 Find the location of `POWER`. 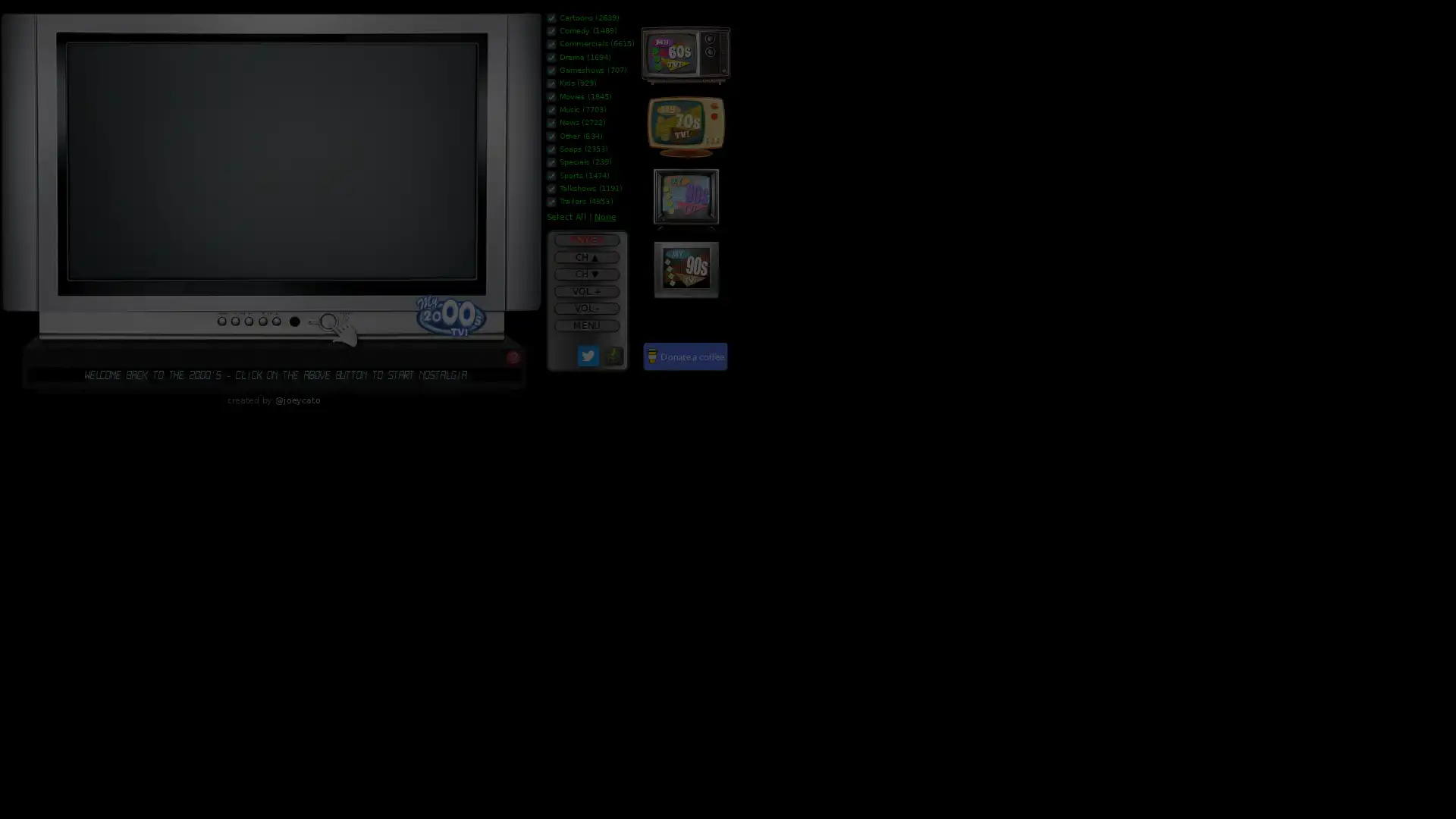

POWER is located at coordinates (585, 239).